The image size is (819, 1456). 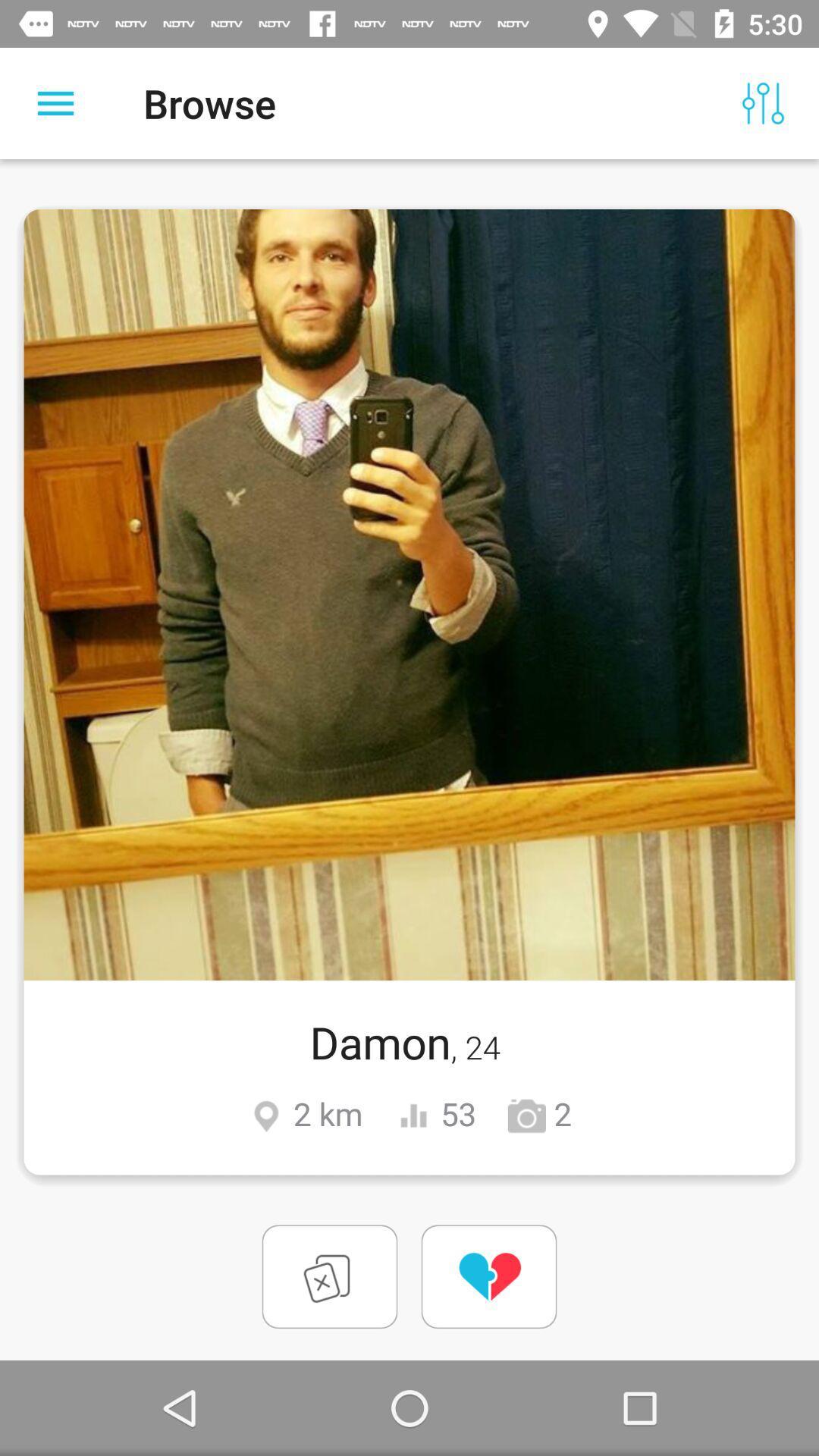 What do you see at coordinates (55, 102) in the screenshot?
I see `icon next to the browse item` at bounding box center [55, 102].